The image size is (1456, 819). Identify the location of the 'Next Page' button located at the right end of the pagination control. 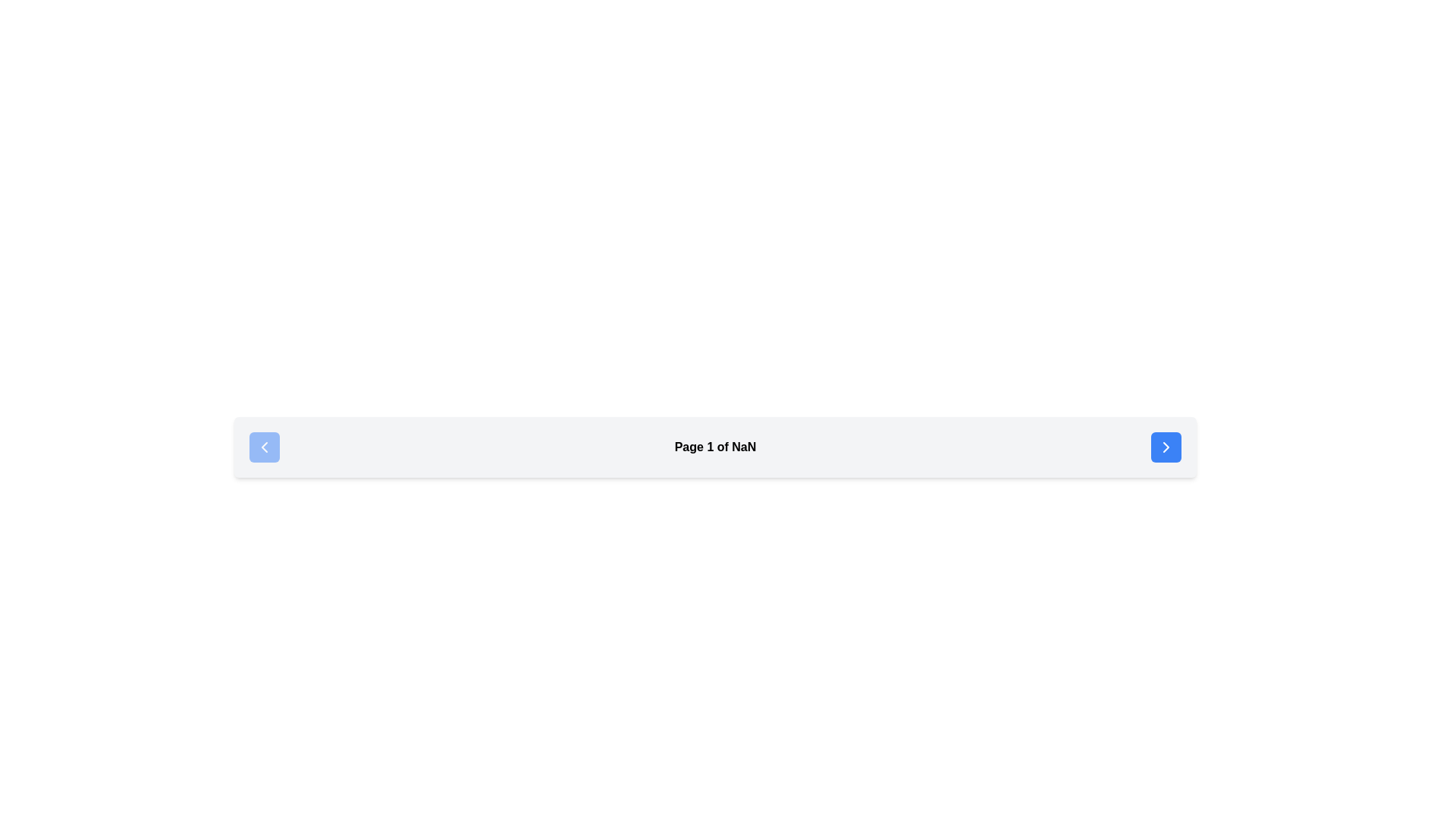
(1165, 447).